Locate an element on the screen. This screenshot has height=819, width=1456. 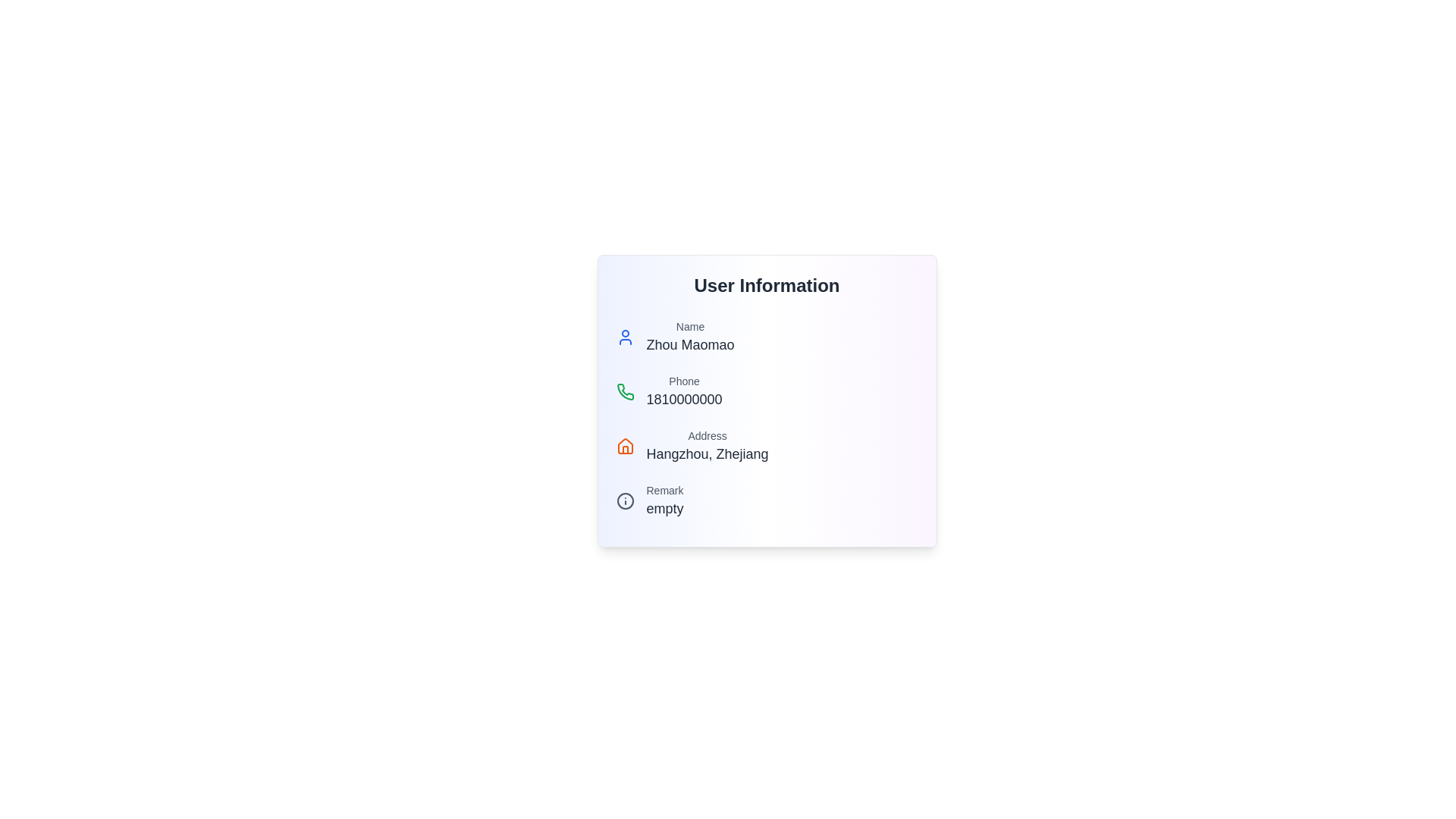
the Text Label that provides additional detail related to the 'Remark' label, located below the 'Remark' text within the user information card is located at coordinates (665, 509).